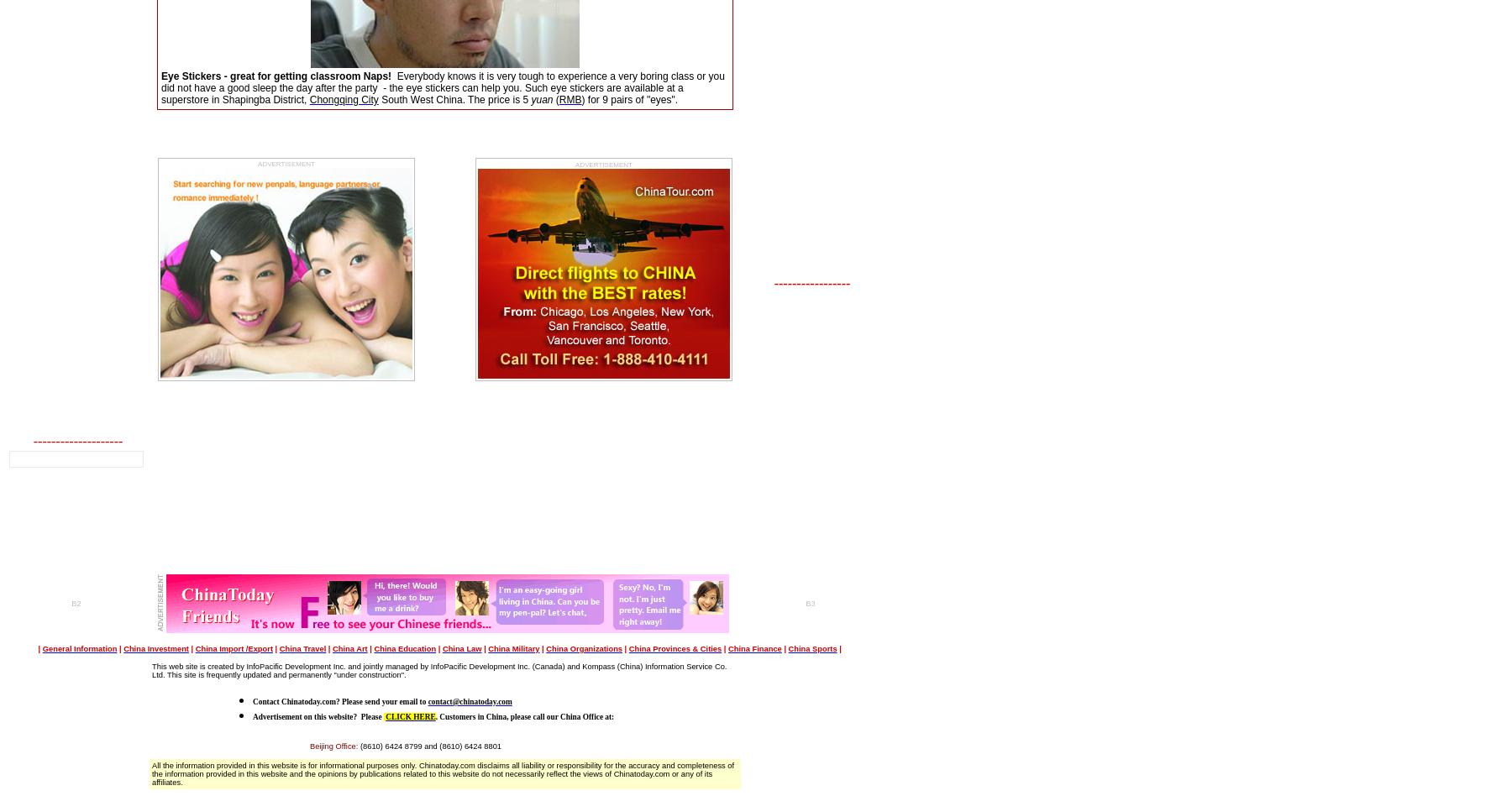 This screenshot has width=1512, height=796. I want to click on 'China Military', so click(513, 648).